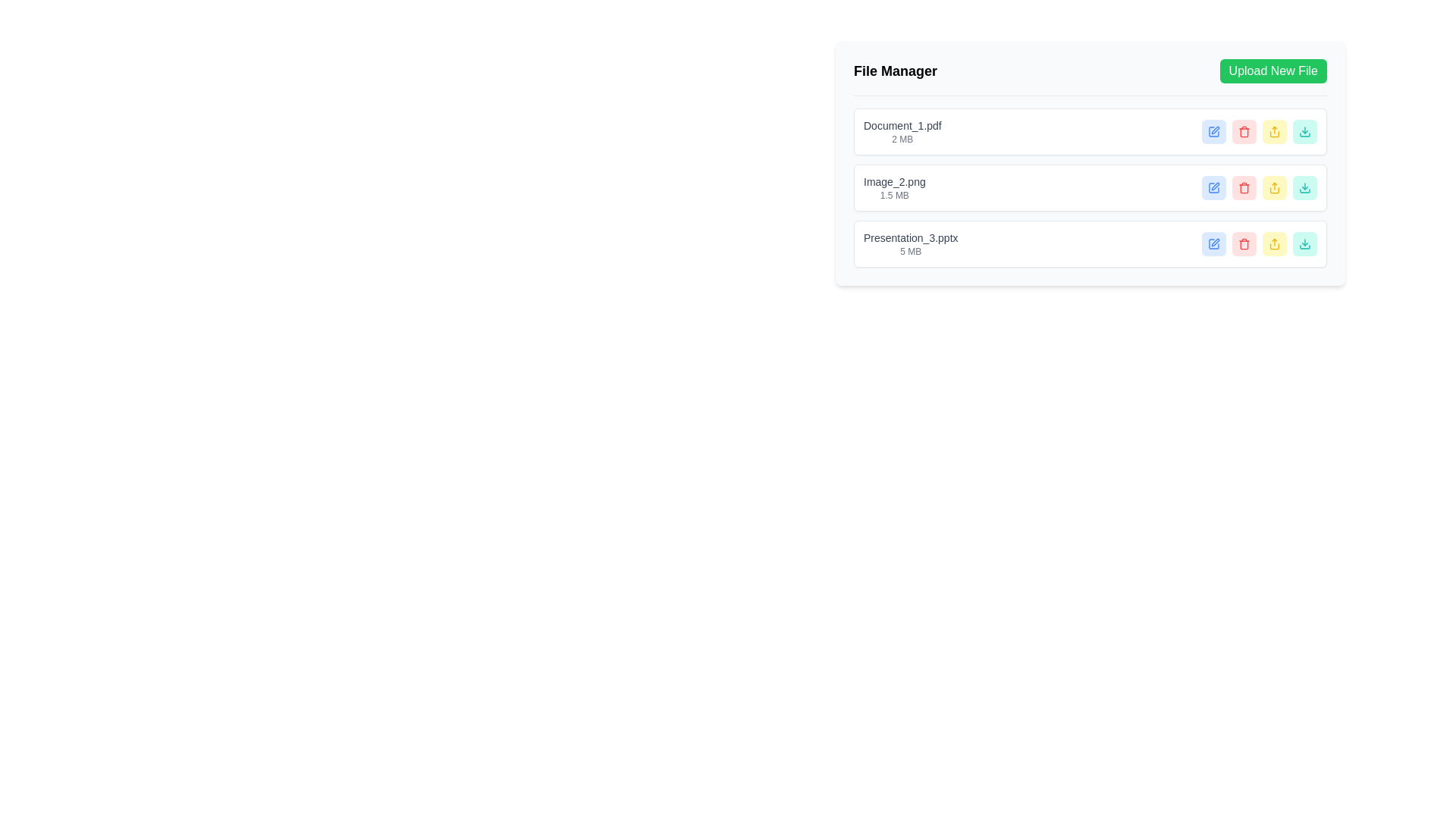 This screenshot has width=1456, height=819. Describe the element at coordinates (1214, 243) in the screenshot. I see `the Edit button located in the right side button group next to the file entry 'Presentation_3.pptx' to initiate edit mode` at that location.